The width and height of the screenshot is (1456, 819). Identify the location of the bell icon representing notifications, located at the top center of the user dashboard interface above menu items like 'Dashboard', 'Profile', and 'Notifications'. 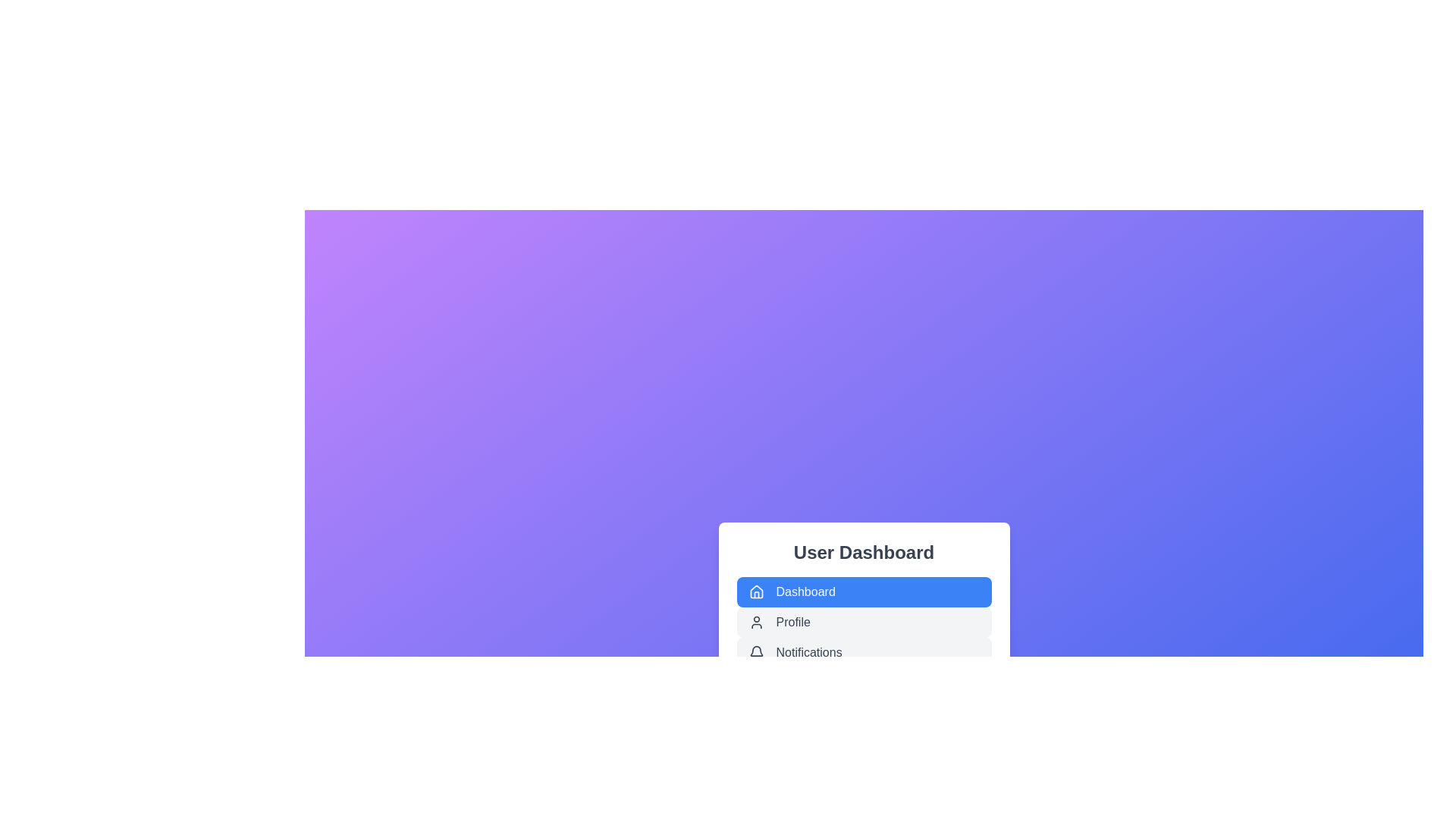
(756, 650).